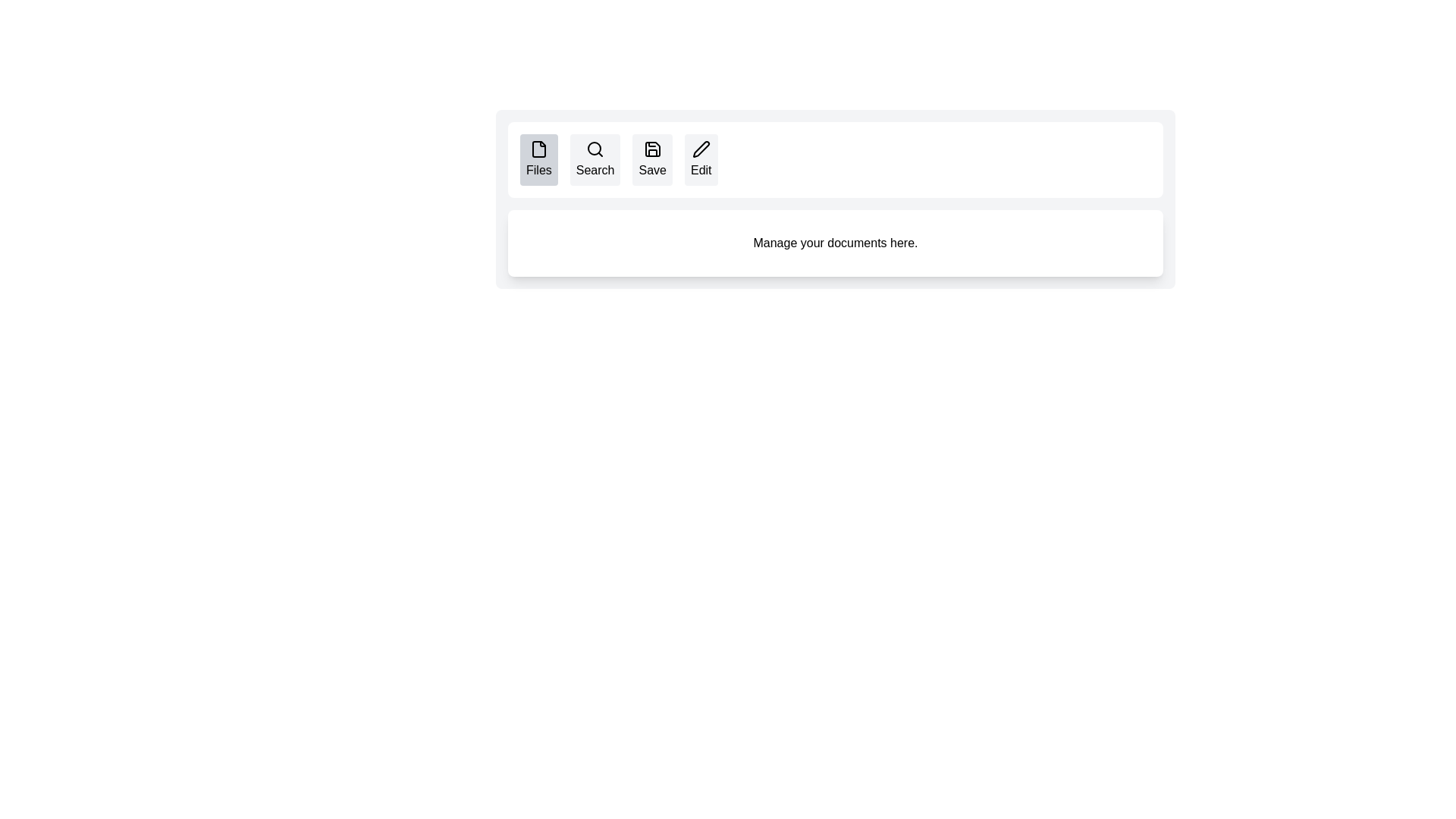 The image size is (1456, 819). I want to click on the Edit tab to inspect its content and layout, so click(701, 160).